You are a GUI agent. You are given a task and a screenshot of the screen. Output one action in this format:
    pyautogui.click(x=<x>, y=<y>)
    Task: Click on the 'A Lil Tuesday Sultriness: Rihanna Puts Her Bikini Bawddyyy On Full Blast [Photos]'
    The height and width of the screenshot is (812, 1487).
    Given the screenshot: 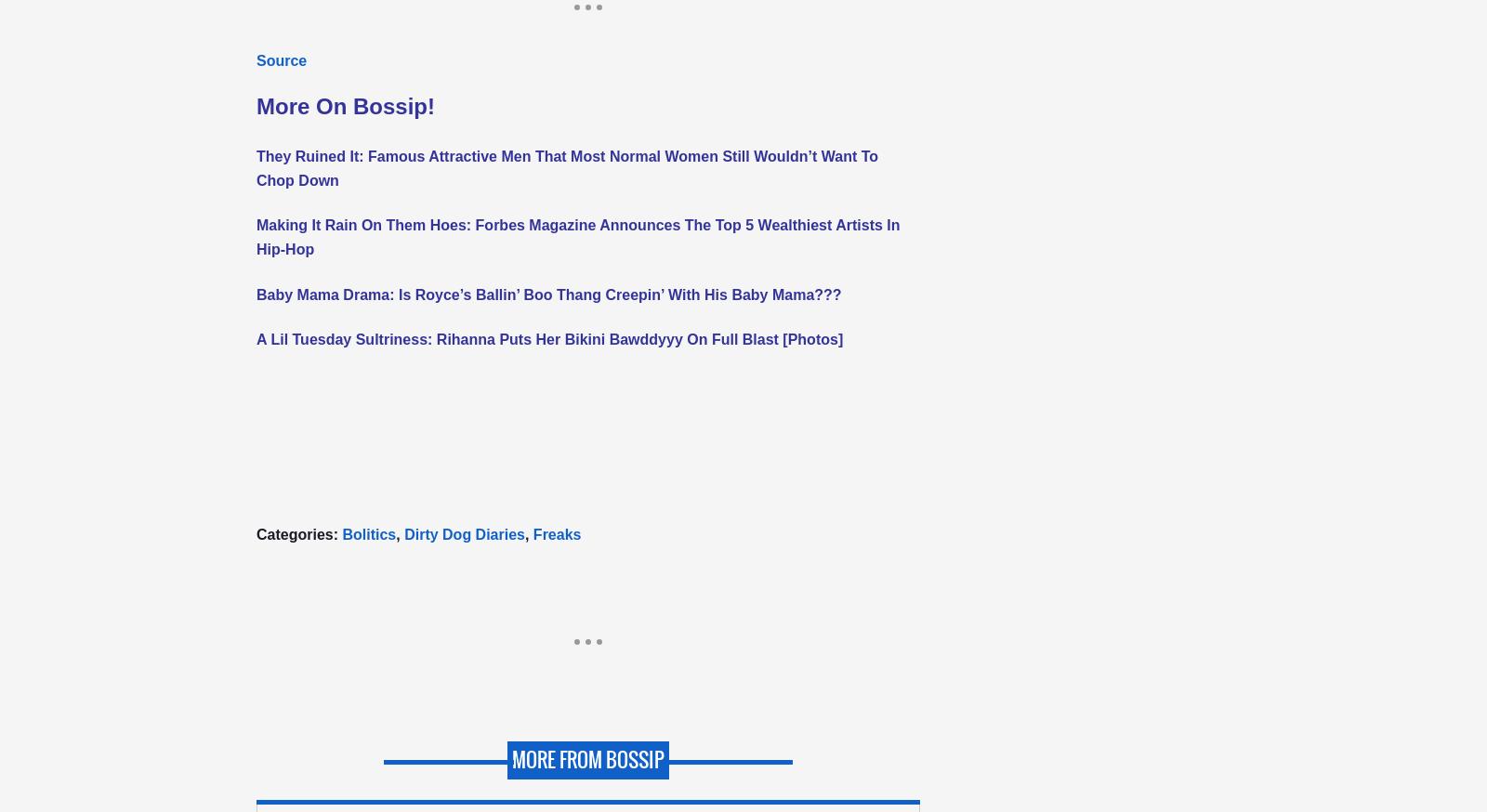 What is the action you would take?
    pyautogui.click(x=548, y=339)
    